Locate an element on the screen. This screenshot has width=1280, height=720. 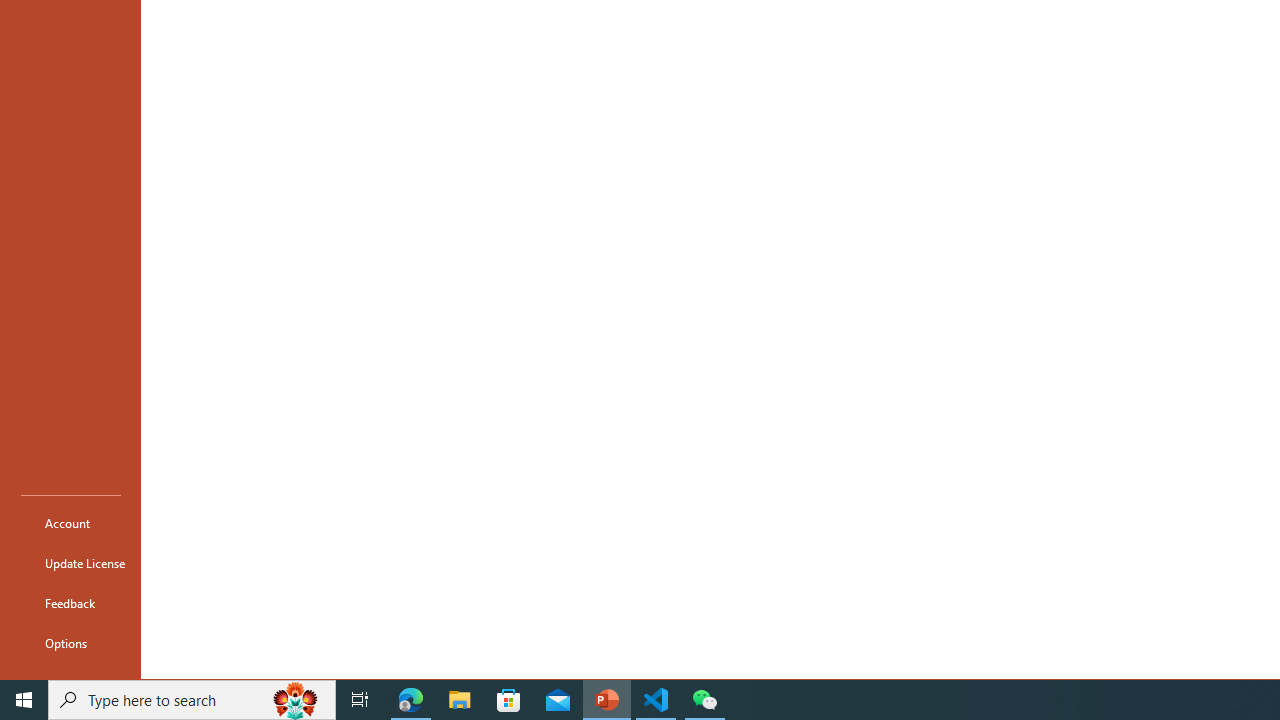
'Task View' is located at coordinates (359, 698).